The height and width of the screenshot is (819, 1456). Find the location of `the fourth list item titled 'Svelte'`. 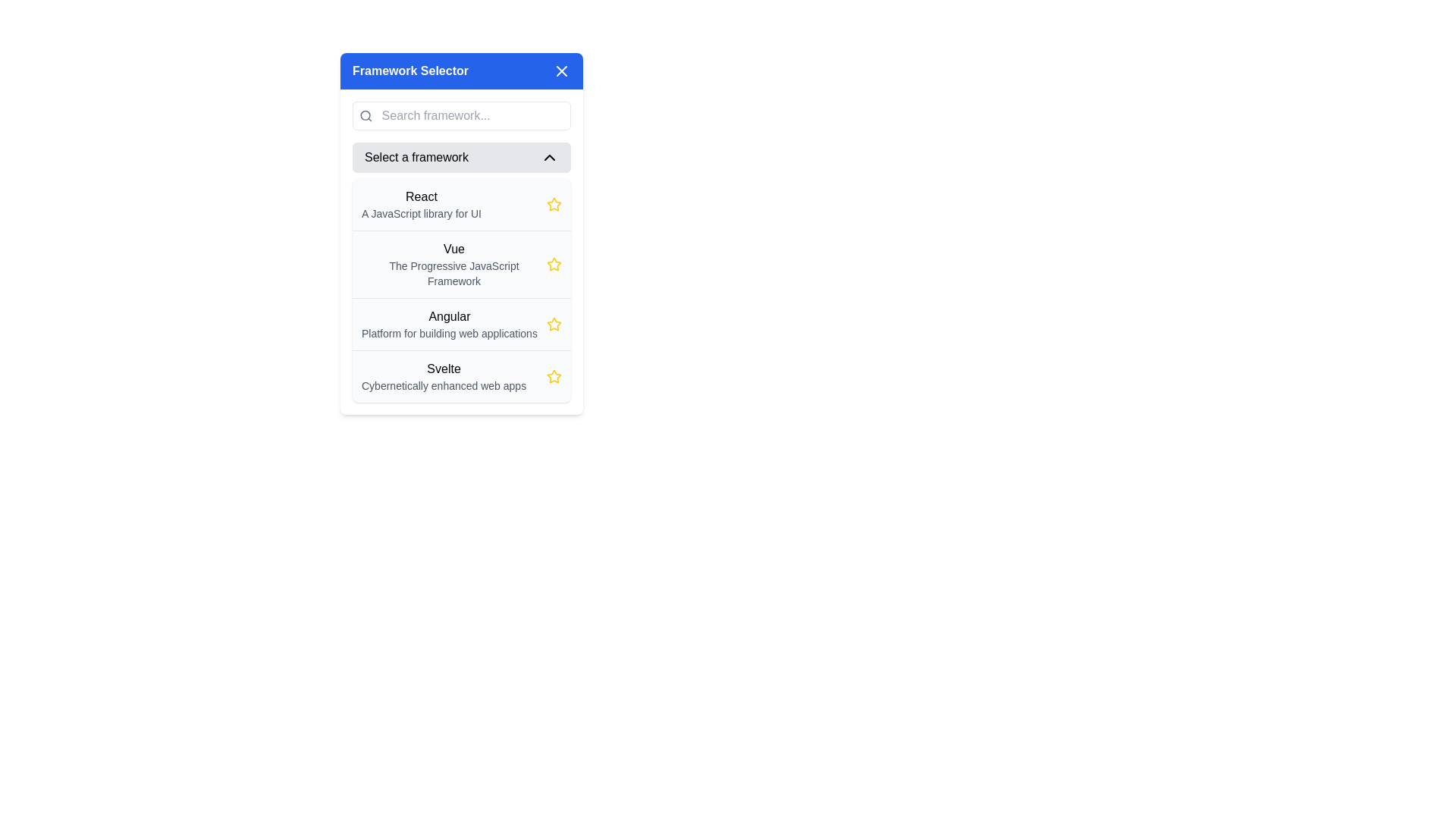

the fourth list item titled 'Svelte' is located at coordinates (461, 375).